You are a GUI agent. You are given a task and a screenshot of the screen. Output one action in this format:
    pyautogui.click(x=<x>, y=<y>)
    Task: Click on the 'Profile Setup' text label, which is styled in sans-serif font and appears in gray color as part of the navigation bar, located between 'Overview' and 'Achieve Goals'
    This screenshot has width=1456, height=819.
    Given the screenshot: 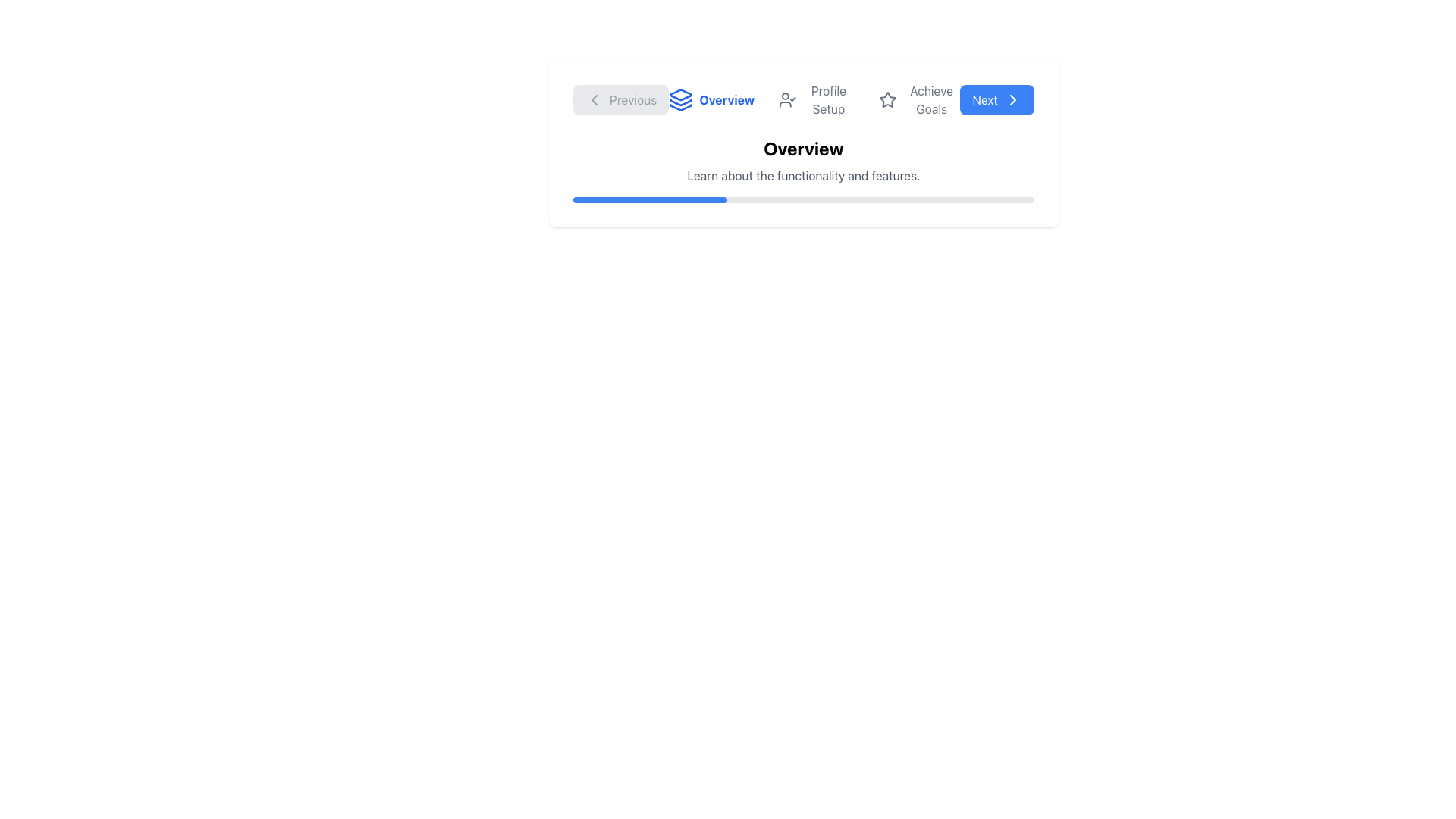 What is the action you would take?
    pyautogui.click(x=827, y=99)
    